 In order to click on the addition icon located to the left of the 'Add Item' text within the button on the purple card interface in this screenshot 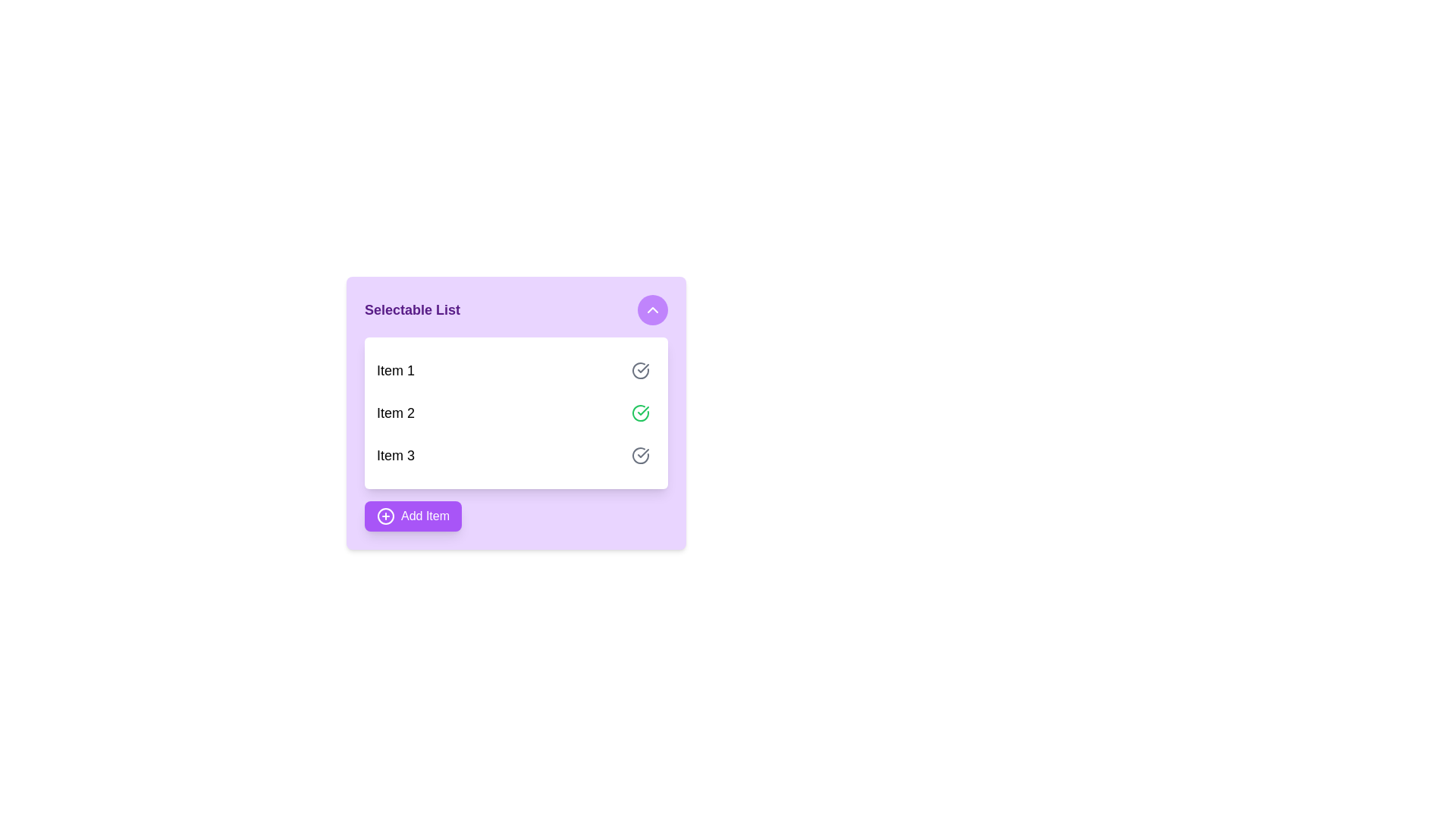, I will do `click(385, 516)`.